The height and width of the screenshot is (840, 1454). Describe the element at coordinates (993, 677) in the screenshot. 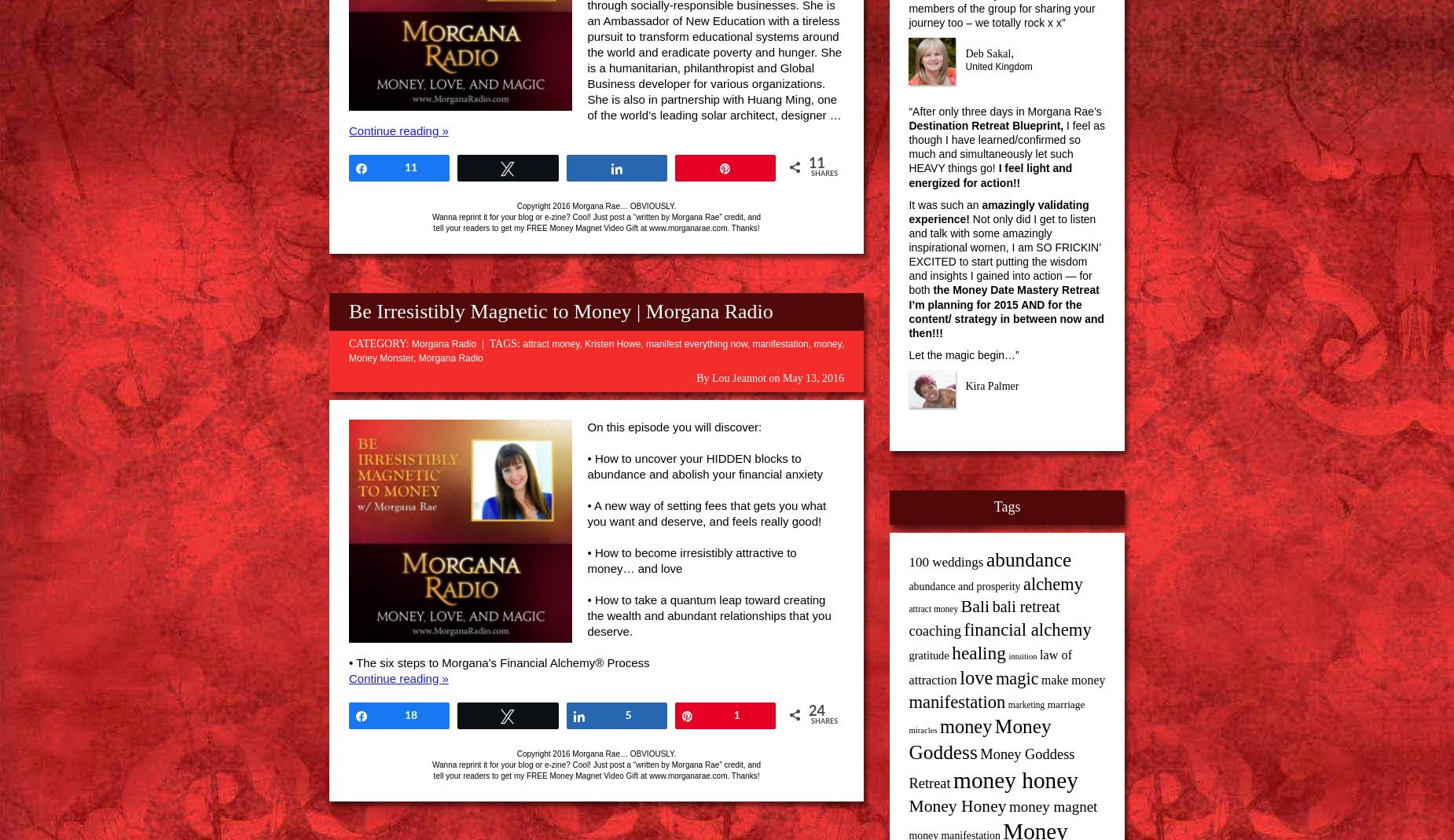

I see `'magic'` at that location.